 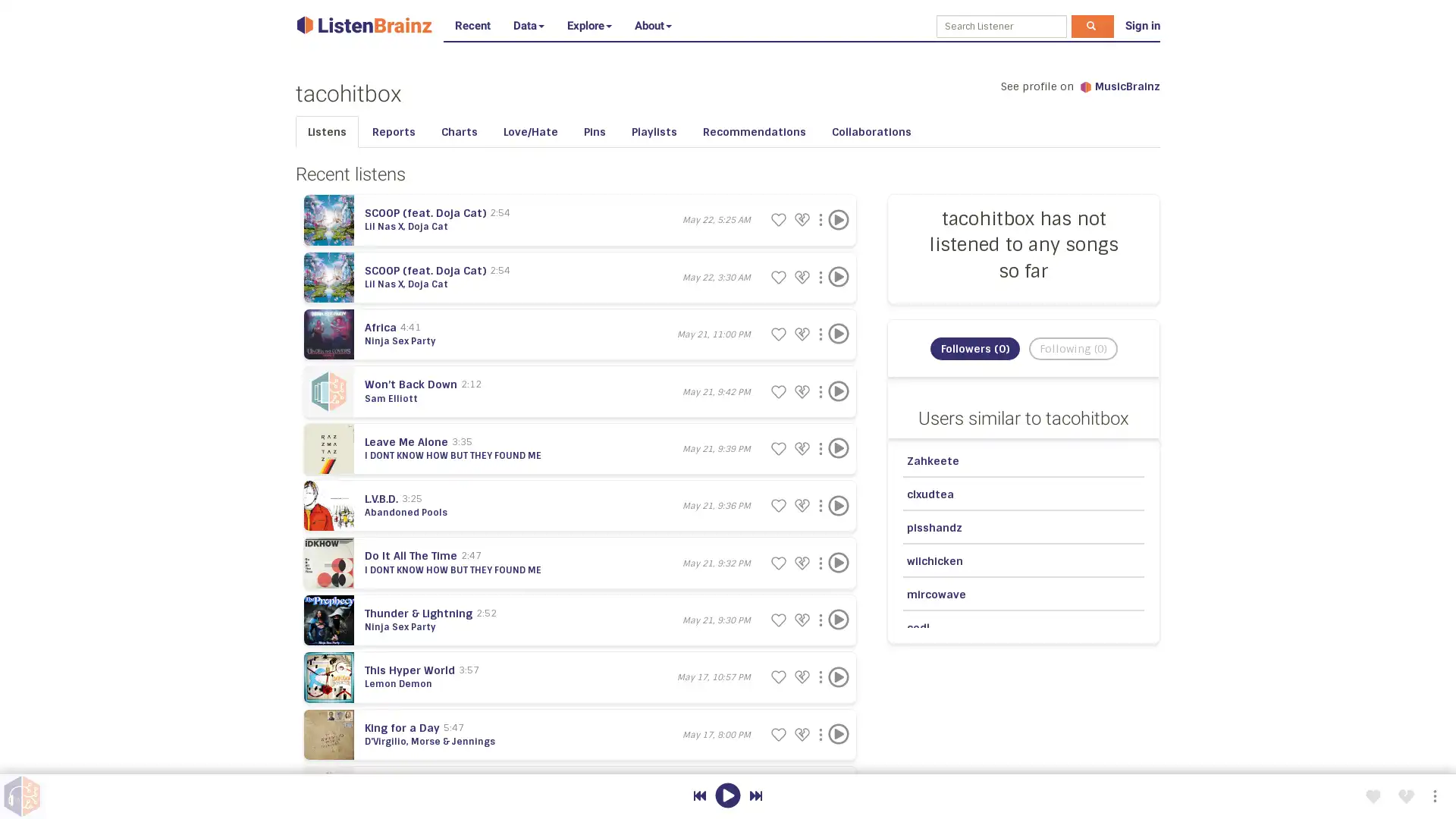 I want to click on Play, so click(x=837, y=676).